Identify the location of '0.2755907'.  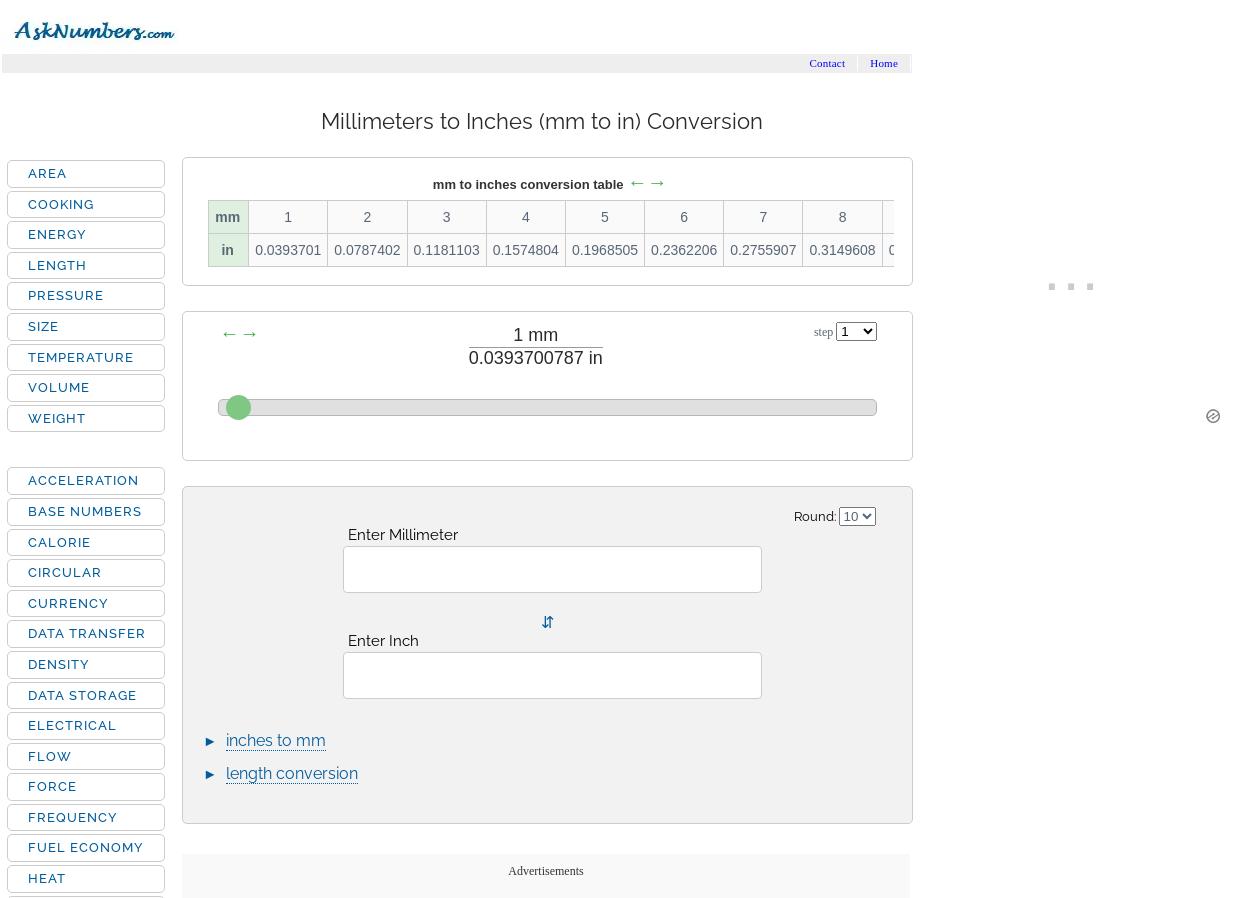
(763, 250).